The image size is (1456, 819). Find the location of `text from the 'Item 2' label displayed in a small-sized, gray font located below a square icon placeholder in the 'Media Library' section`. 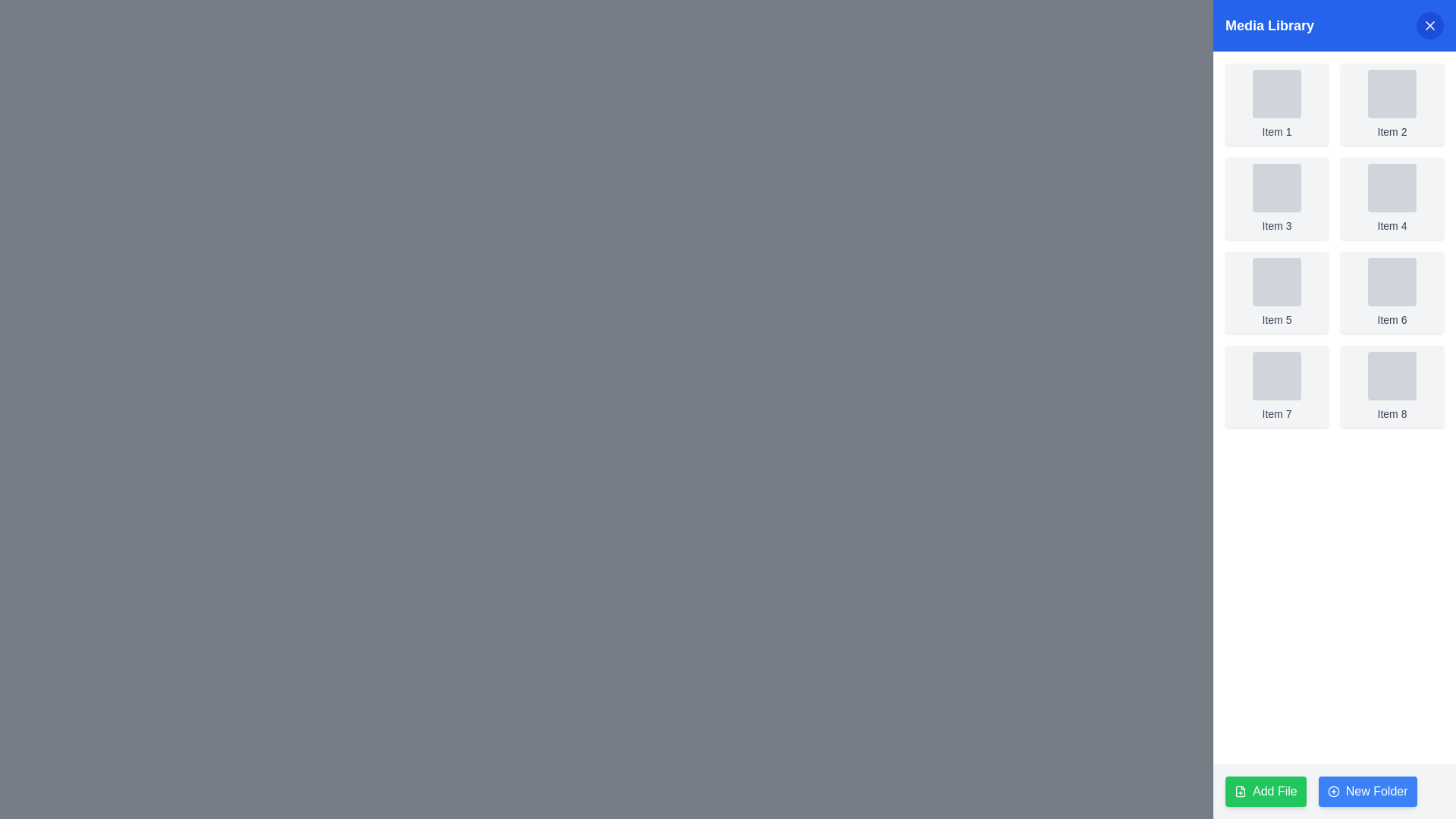

text from the 'Item 2' label displayed in a small-sized, gray font located below a square icon placeholder in the 'Media Library' section is located at coordinates (1392, 130).